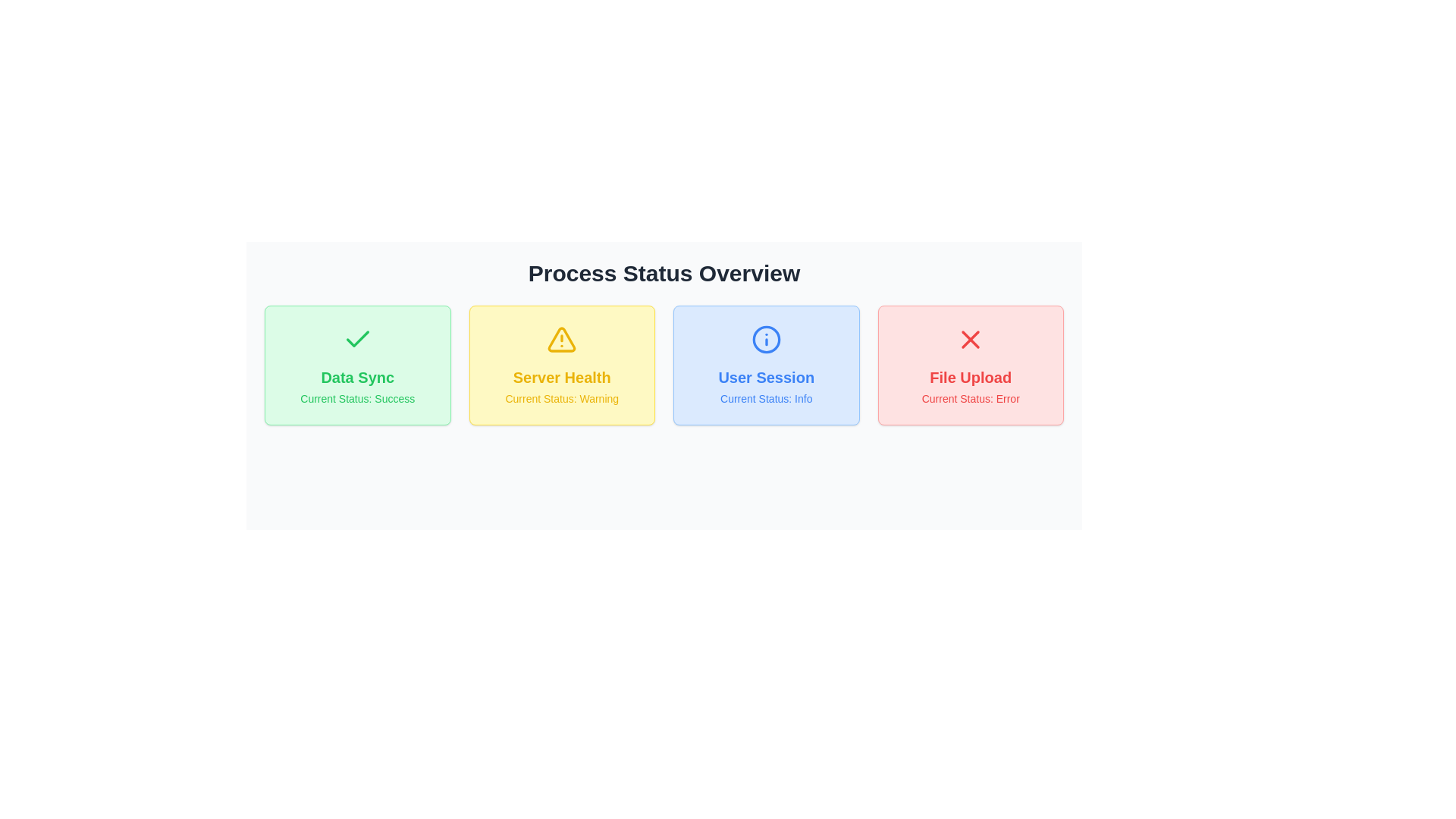 The width and height of the screenshot is (1456, 819). Describe the element at coordinates (561, 397) in the screenshot. I see `the text label displaying 'Current Status: Warning' located at the bottom of the 'Server Health' card component` at that location.